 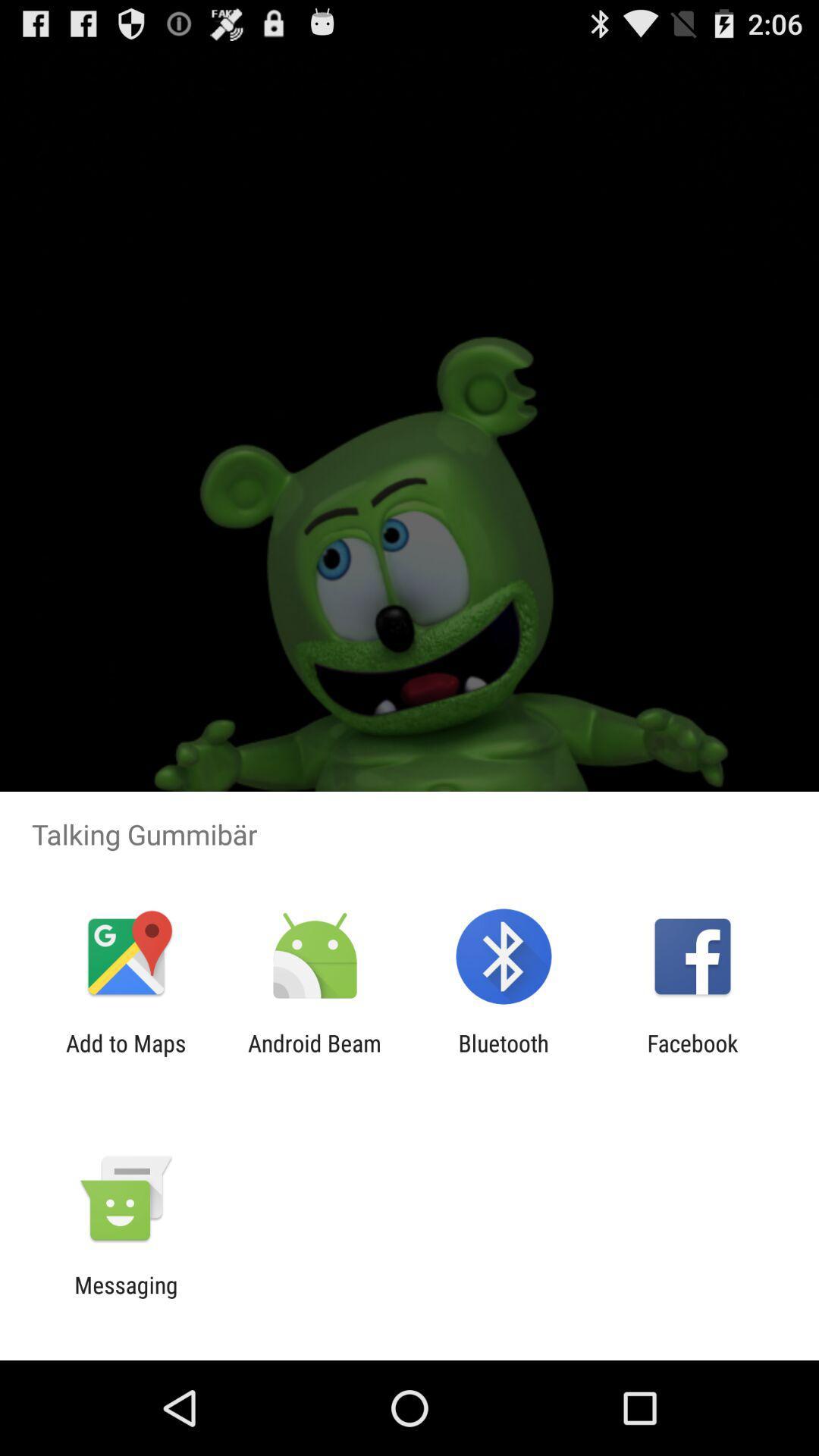 I want to click on item next to add to maps app, so click(x=314, y=1056).